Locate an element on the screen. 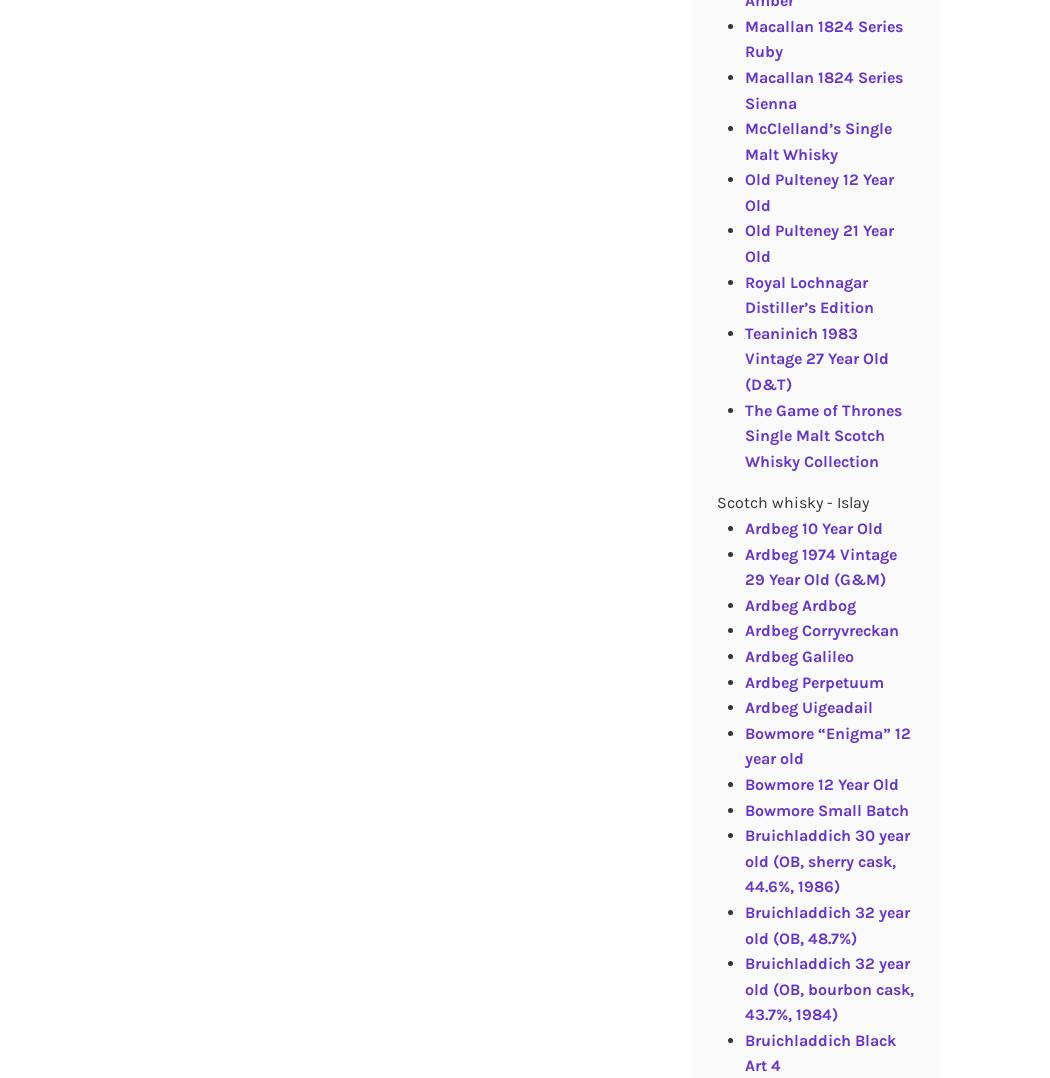  'Bruichladdich 32 year old (OB, bourbon cask, 43.7%, 1984)' is located at coordinates (828, 988).